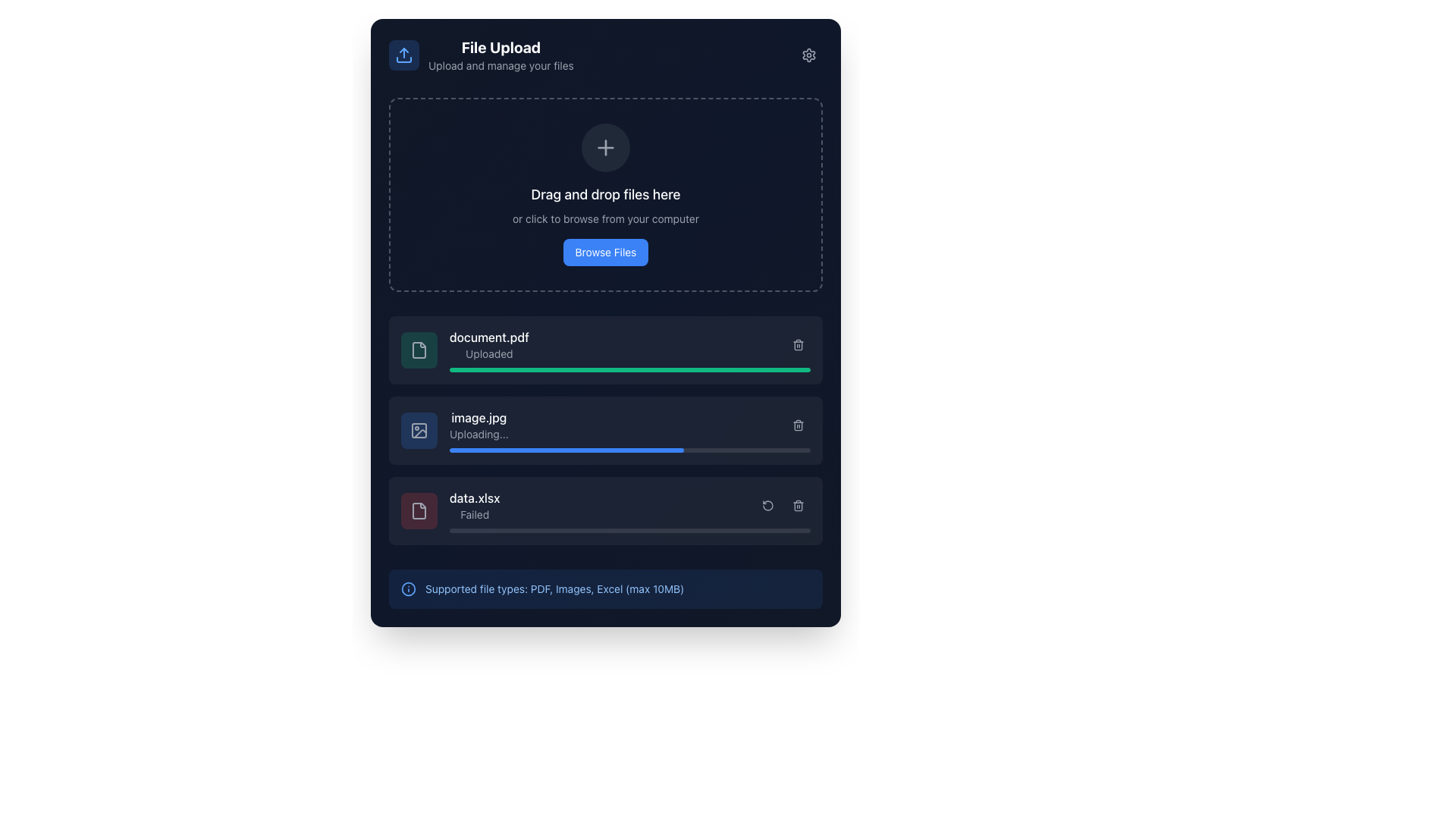 The width and height of the screenshot is (1456, 819). What do you see at coordinates (597, 529) in the screenshot?
I see `the progress` at bounding box center [597, 529].